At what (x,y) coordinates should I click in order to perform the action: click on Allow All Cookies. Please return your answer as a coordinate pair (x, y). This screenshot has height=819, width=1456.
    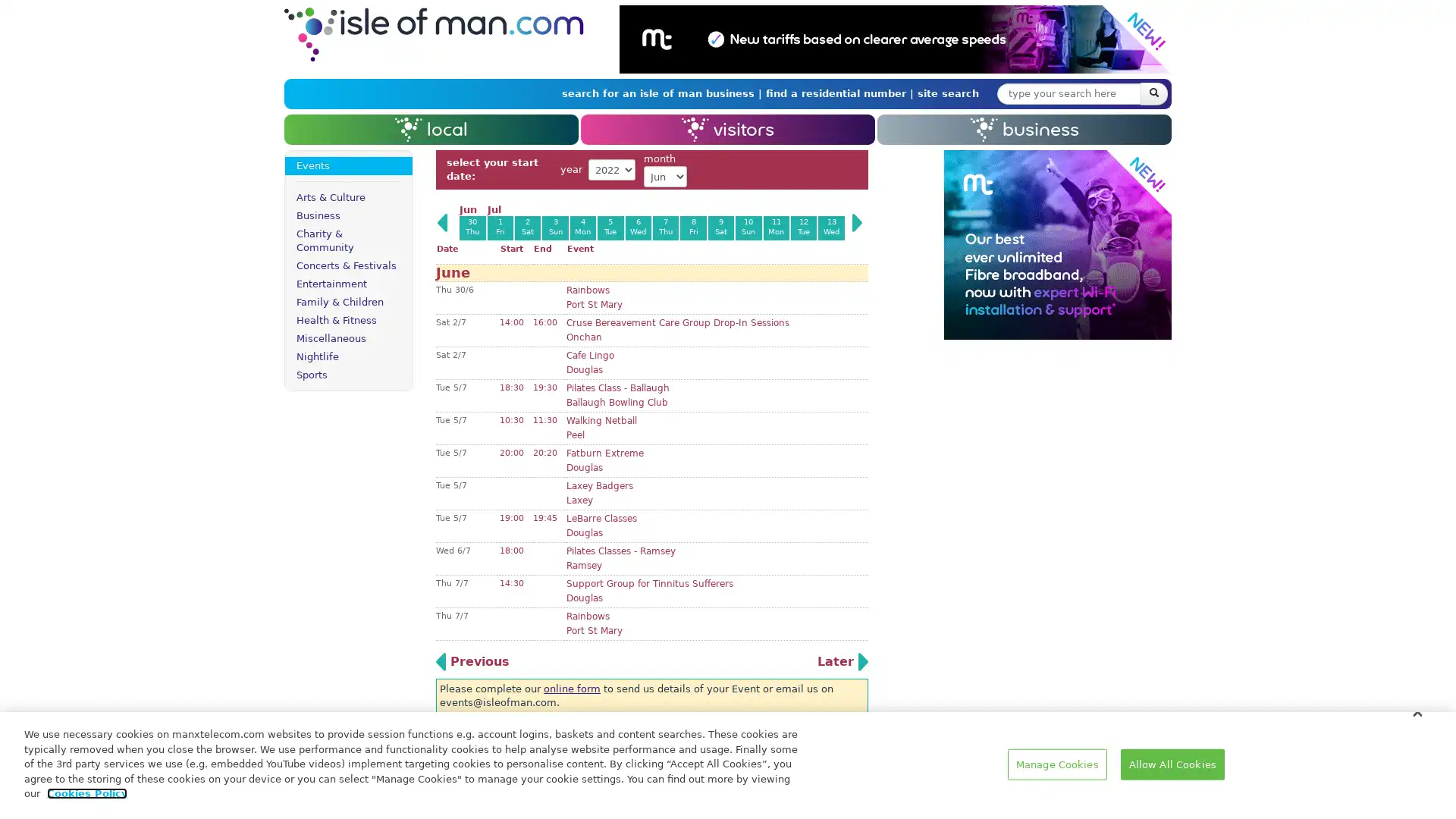
    Looking at the image, I should click on (1171, 764).